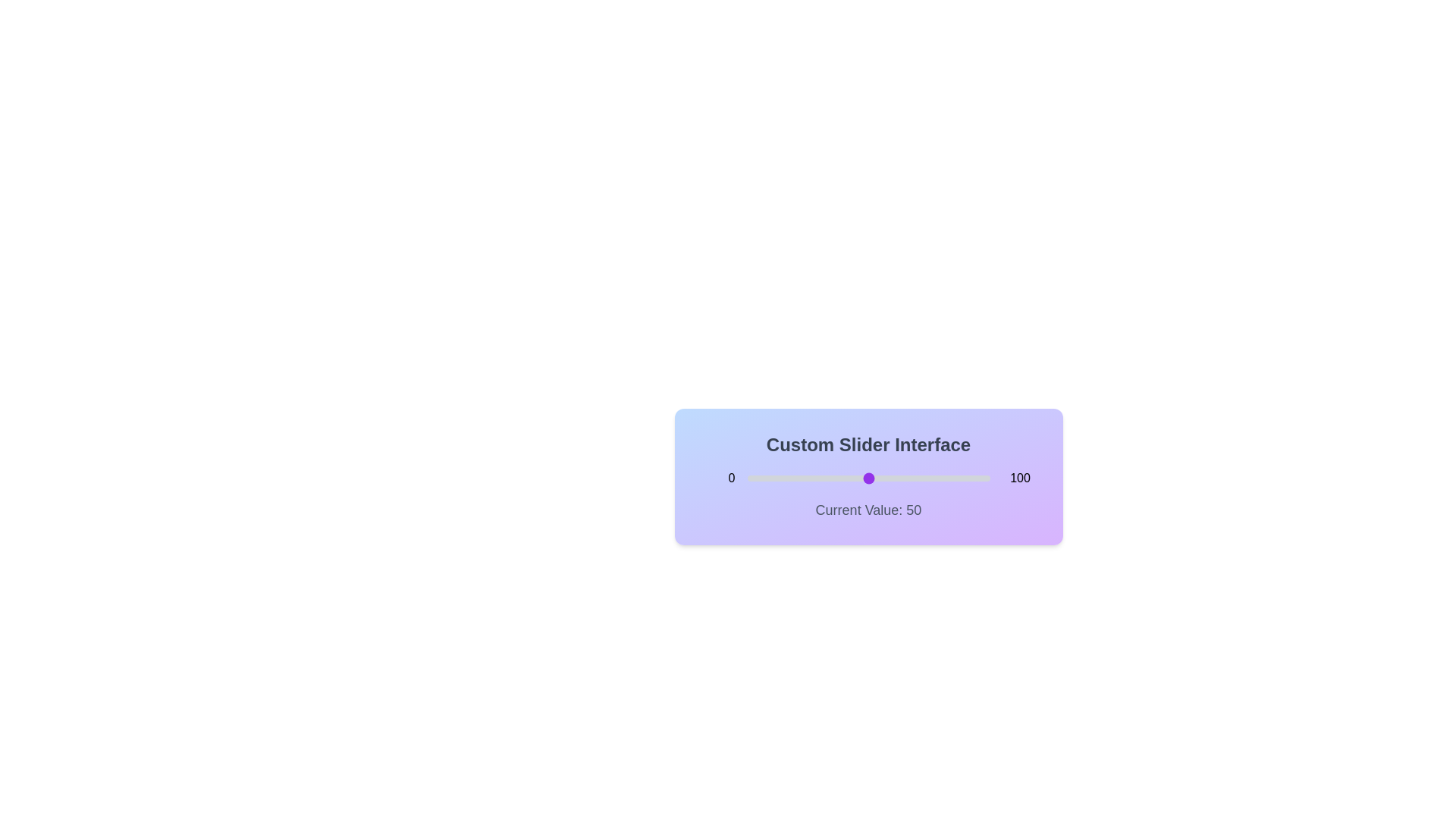  Describe the element at coordinates (977, 479) in the screenshot. I see `the slider to set its value to 95` at that location.